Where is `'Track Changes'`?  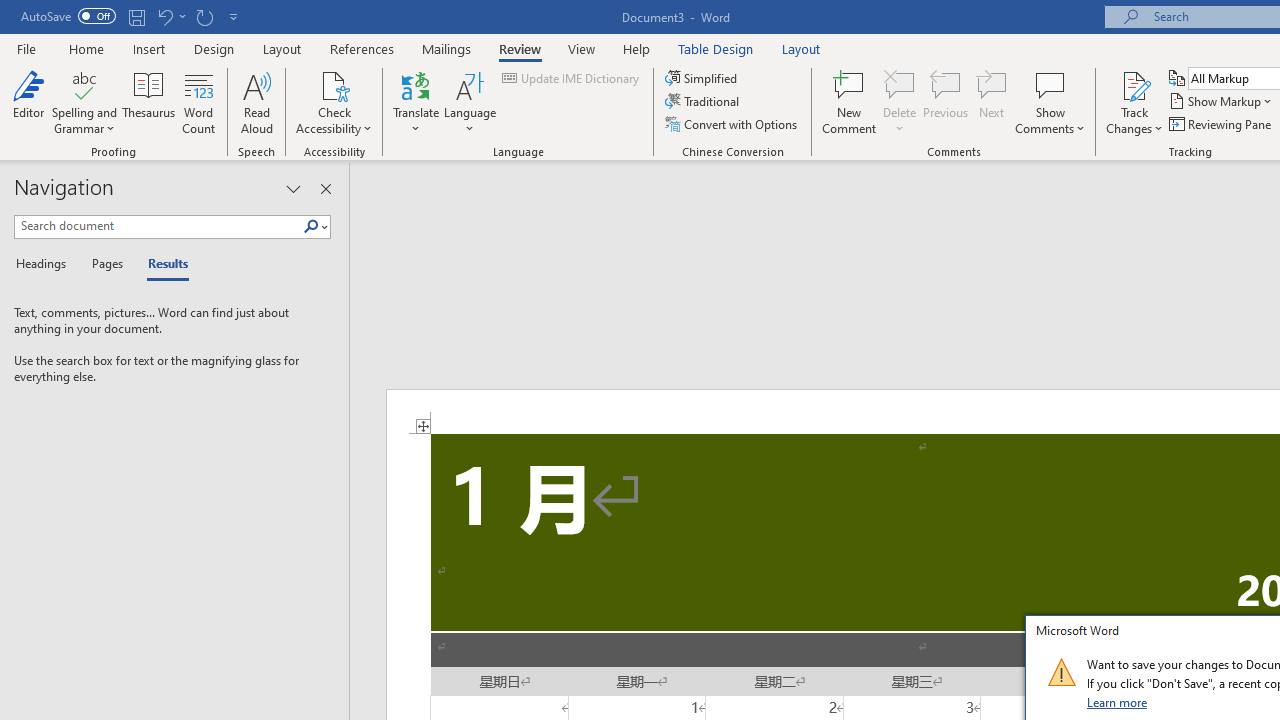
'Track Changes' is located at coordinates (1134, 103).